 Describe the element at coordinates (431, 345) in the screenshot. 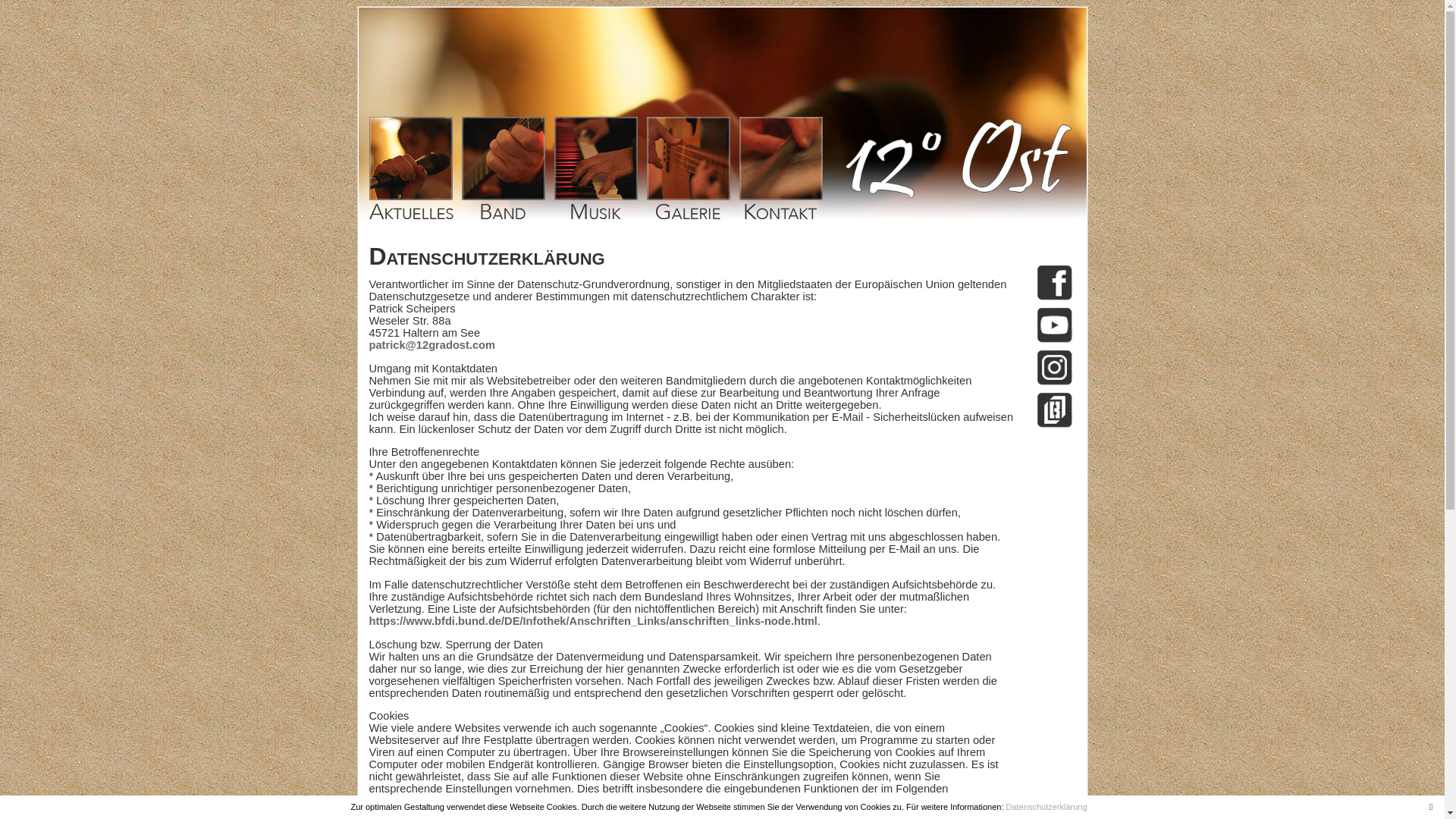

I see `'patrick@12gradost.com'` at that location.